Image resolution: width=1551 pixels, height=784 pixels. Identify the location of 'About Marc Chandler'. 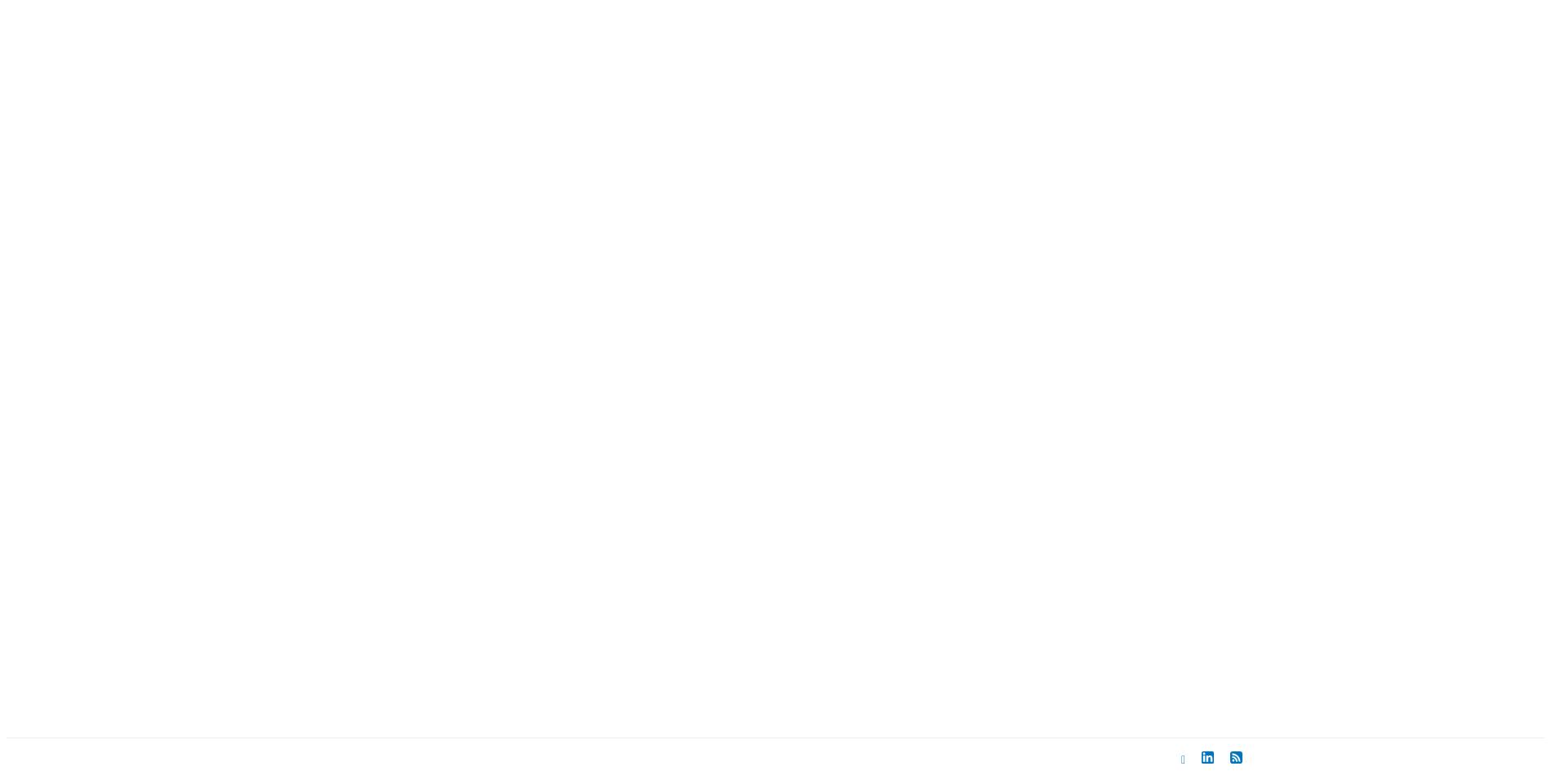
(682, 663).